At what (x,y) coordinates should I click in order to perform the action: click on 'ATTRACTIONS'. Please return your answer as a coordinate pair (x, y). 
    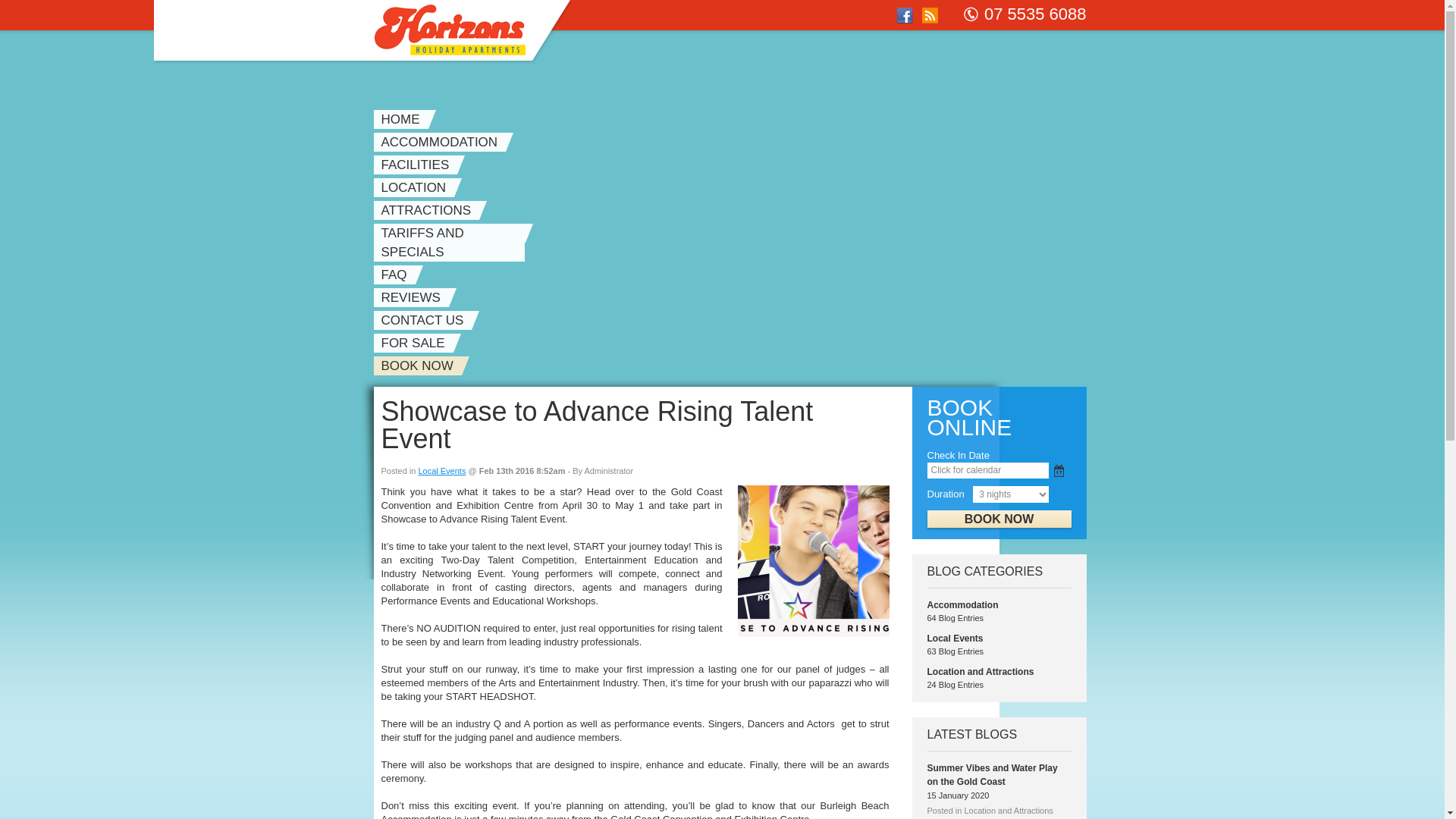
    Looking at the image, I should click on (428, 210).